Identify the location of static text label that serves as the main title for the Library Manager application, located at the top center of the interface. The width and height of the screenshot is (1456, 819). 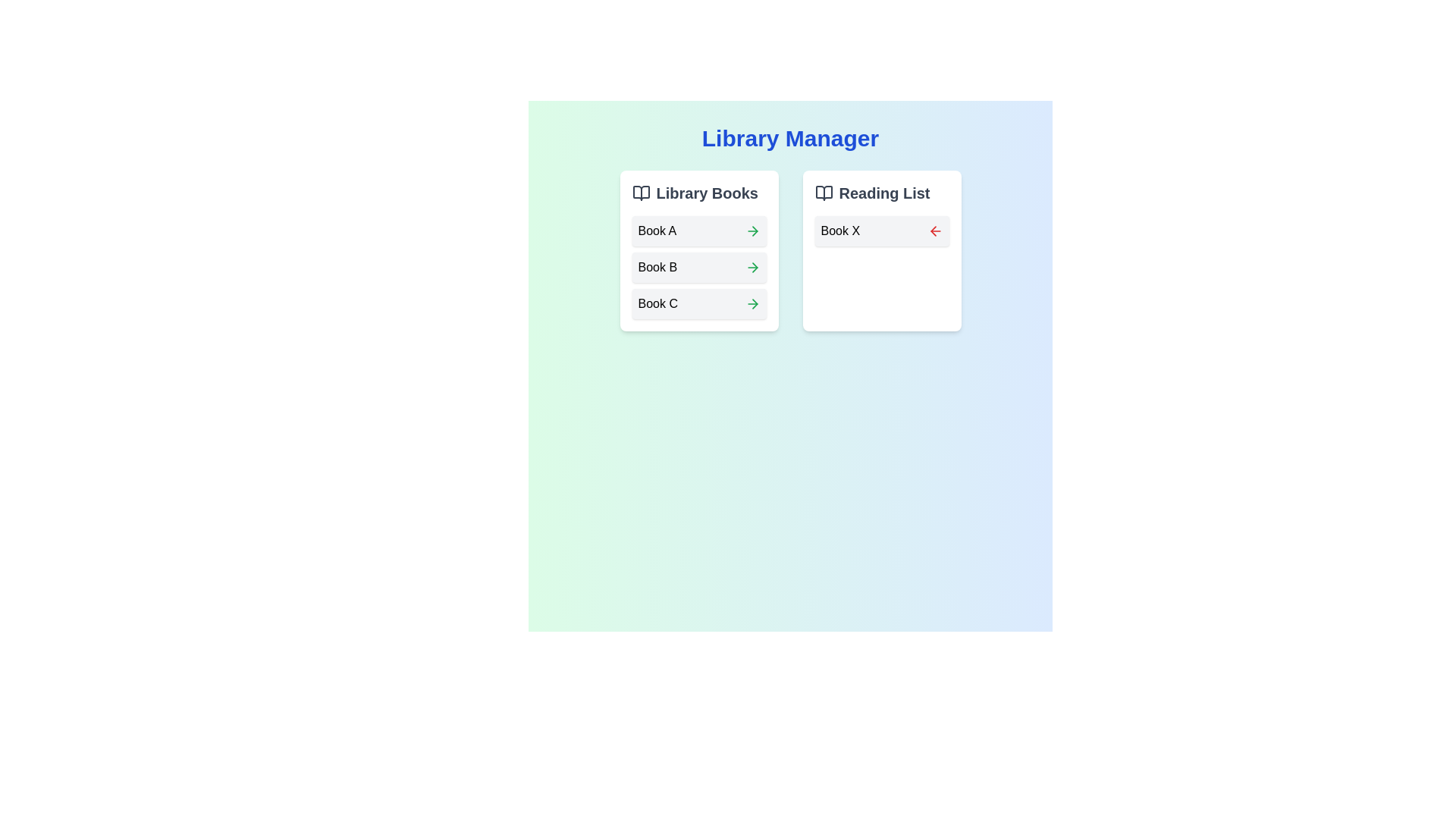
(789, 138).